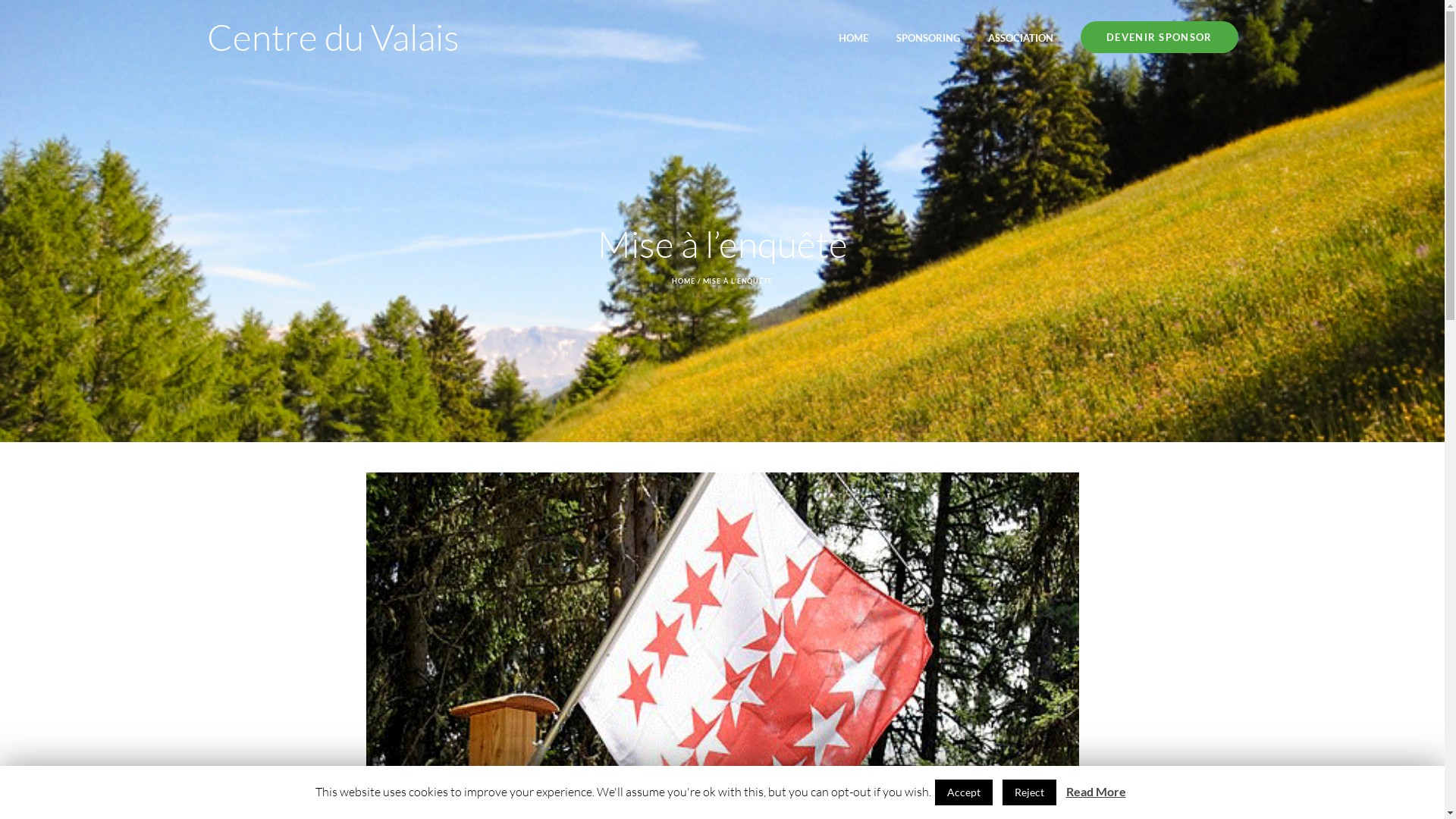 The height and width of the screenshot is (819, 1456). What do you see at coordinates (1020, 36) in the screenshot?
I see `'ASSOCIATION'` at bounding box center [1020, 36].